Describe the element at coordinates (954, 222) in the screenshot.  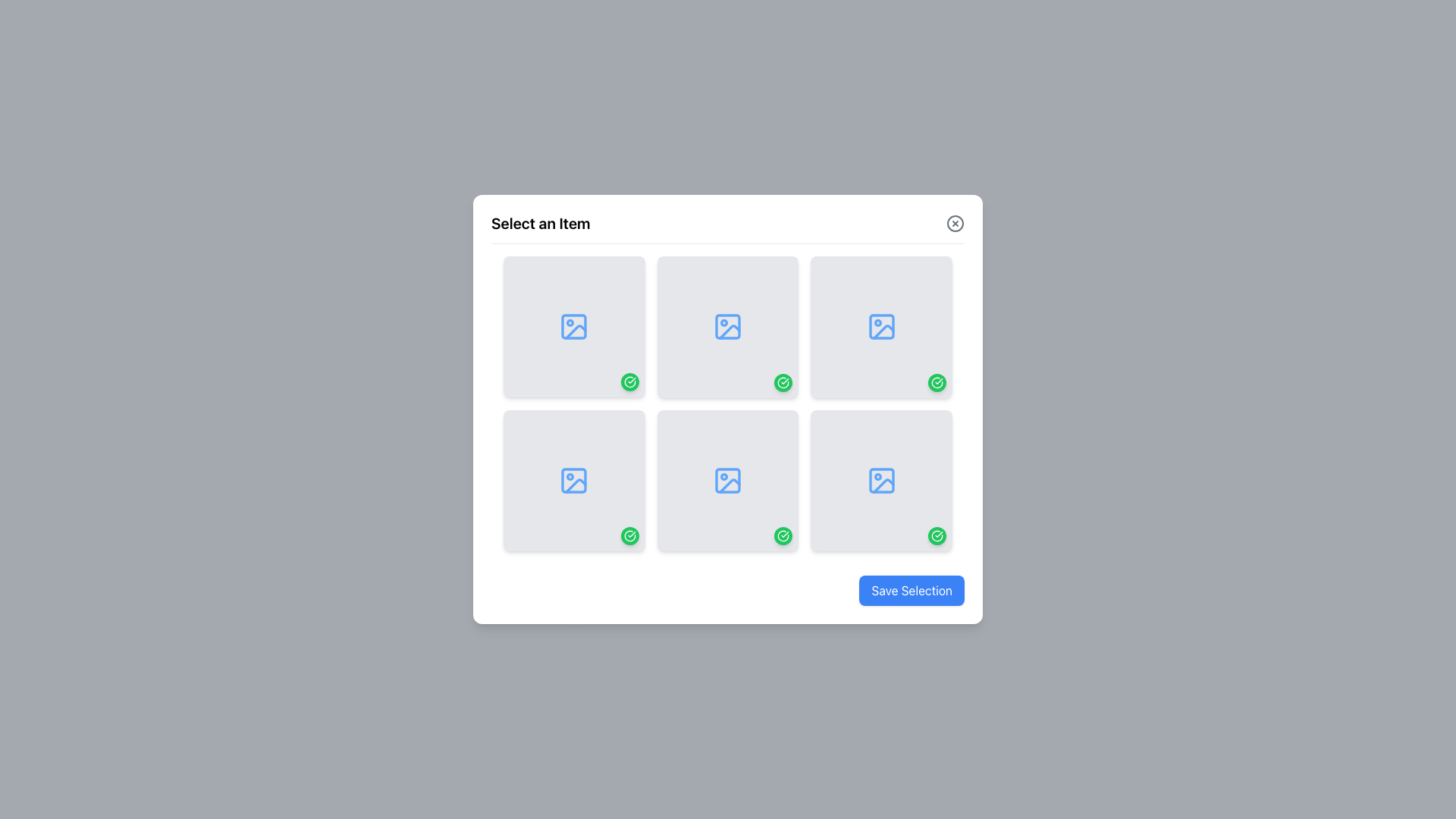
I see `the outlined circle within the SVG graphic located` at that location.